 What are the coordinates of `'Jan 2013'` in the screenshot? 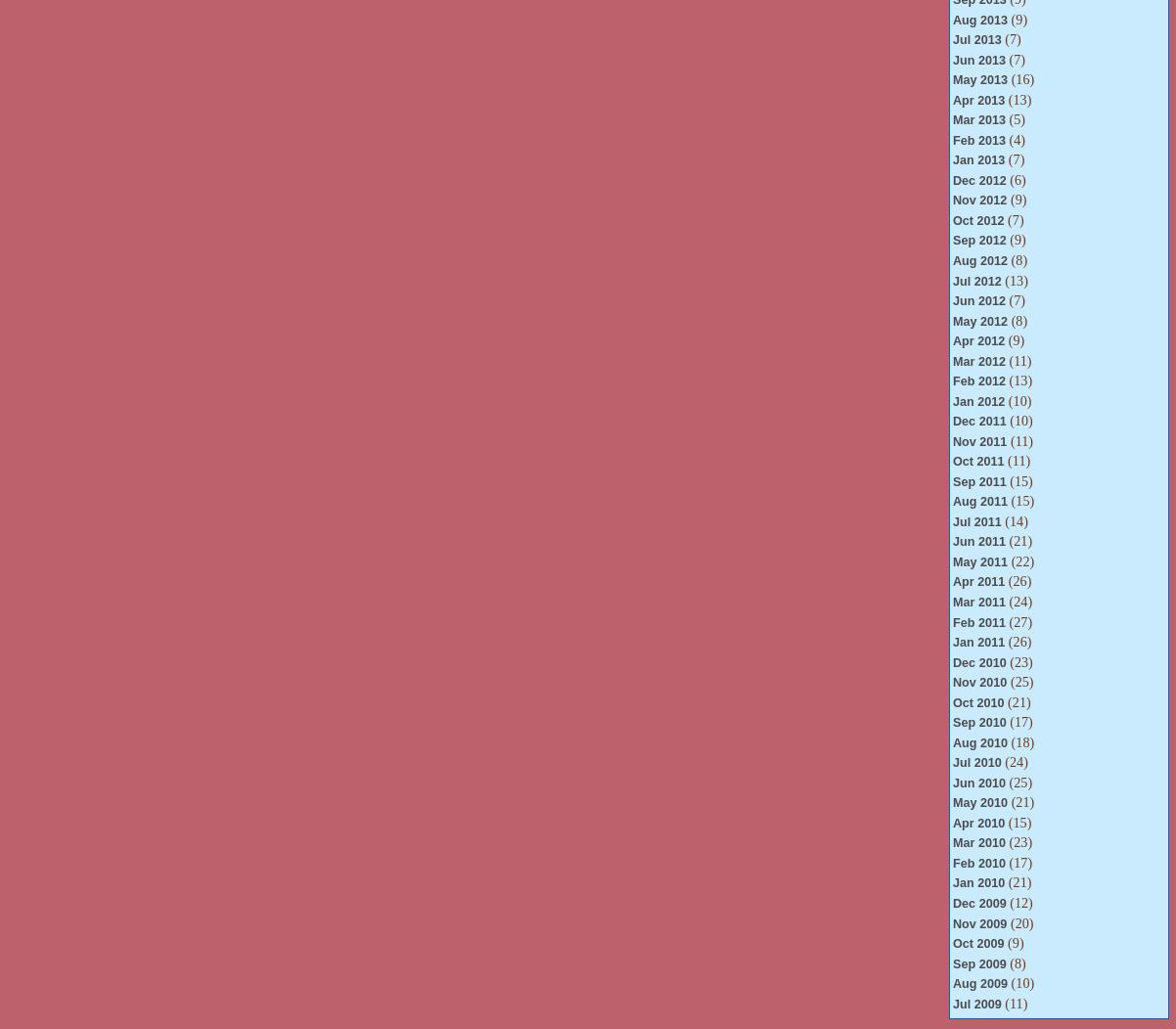 It's located at (951, 159).